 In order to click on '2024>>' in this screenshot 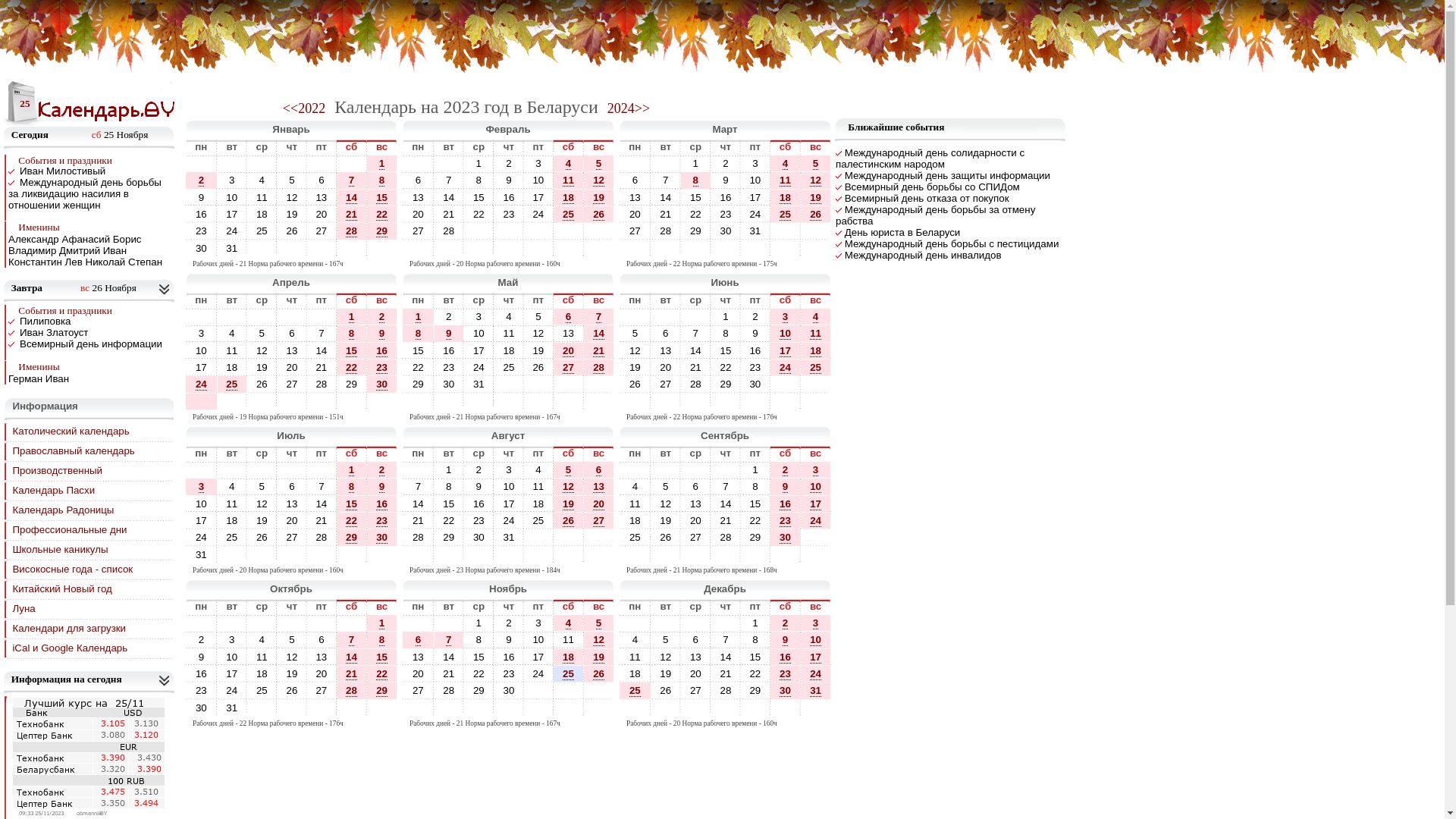, I will do `click(629, 107)`.